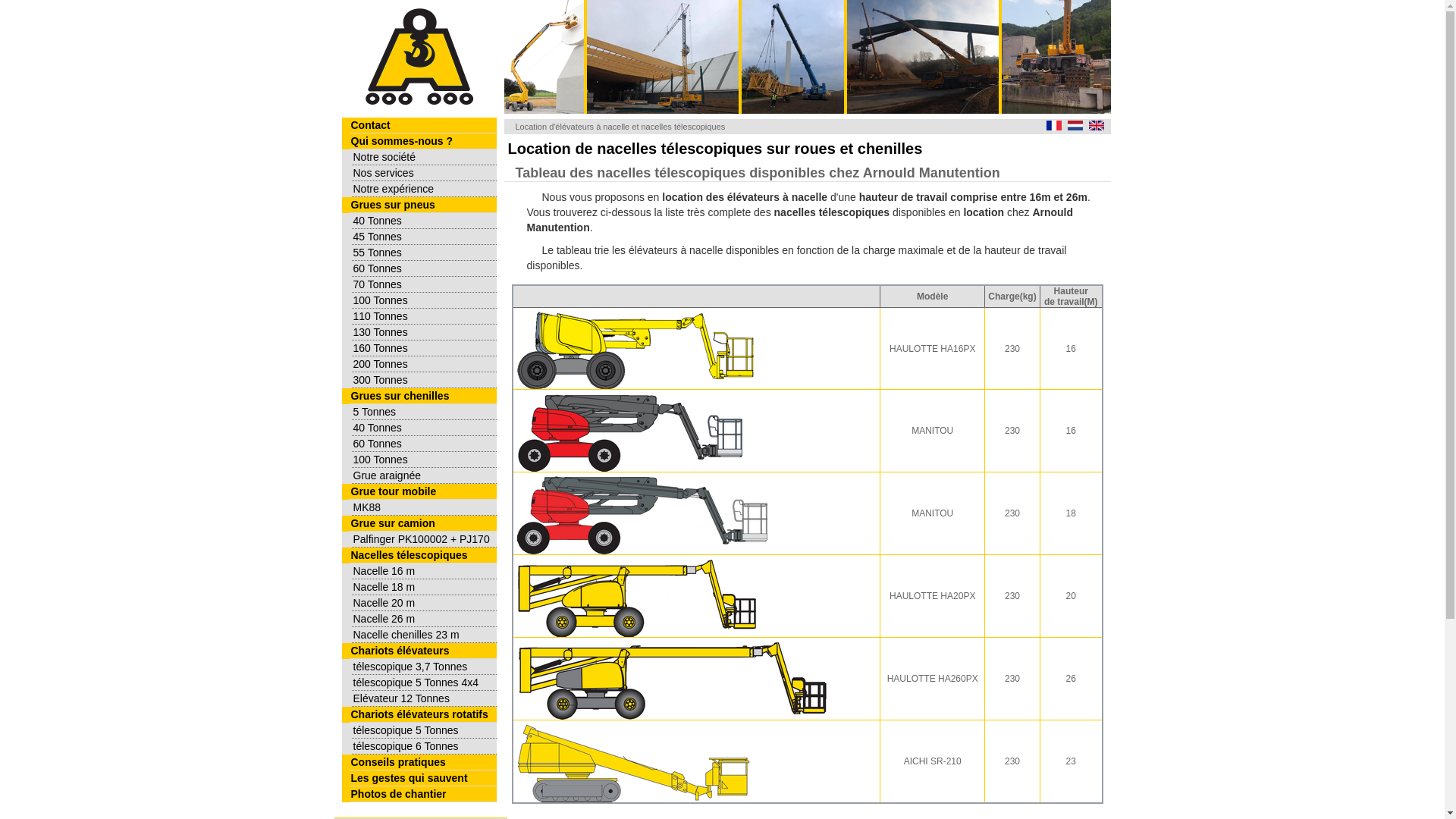 The image size is (1456, 819). I want to click on 'Qui sommes-nous ?', so click(422, 141).